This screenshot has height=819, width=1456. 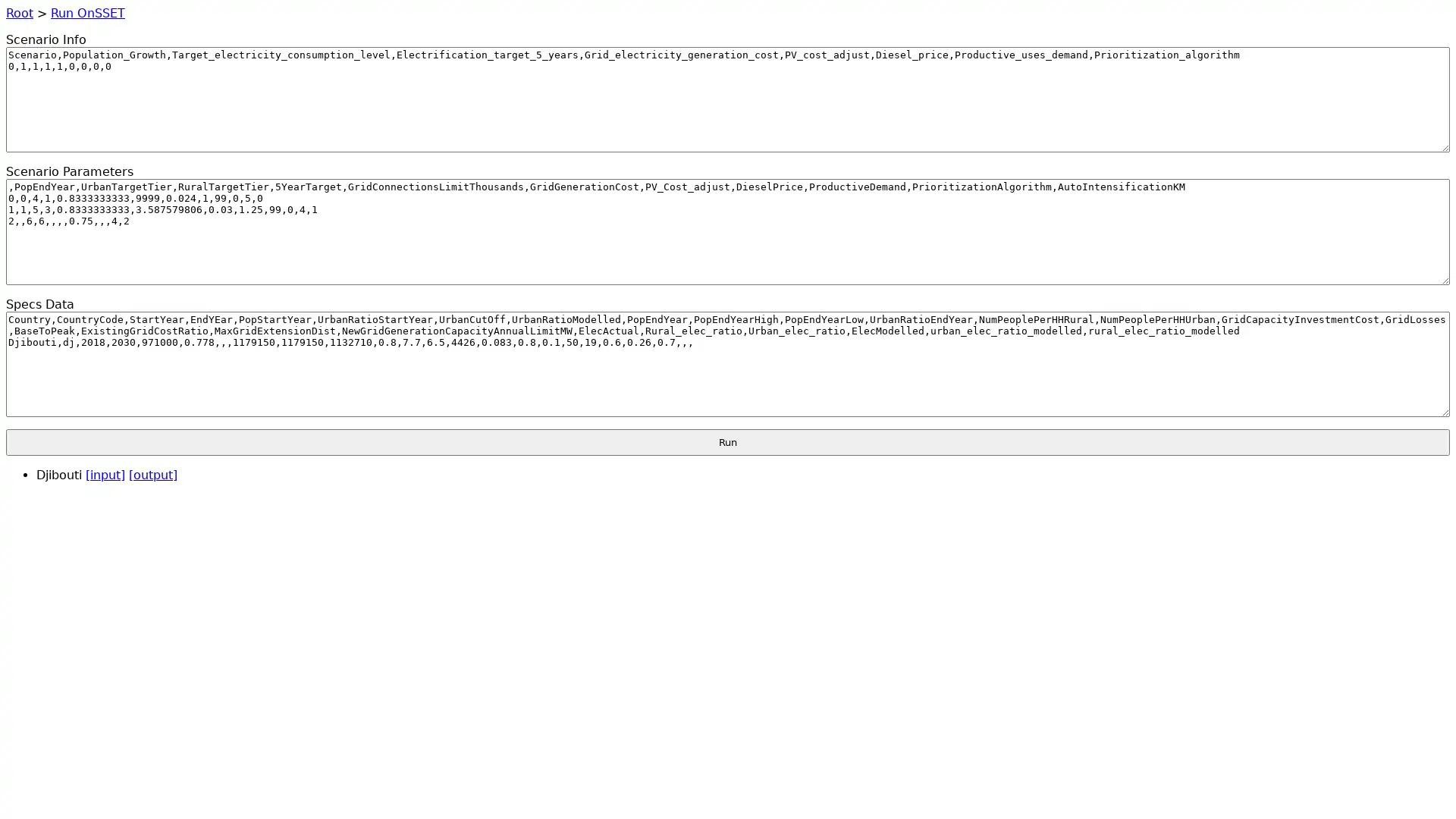 What do you see at coordinates (728, 441) in the screenshot?
I see `Run` at bounding box center [728, 441].